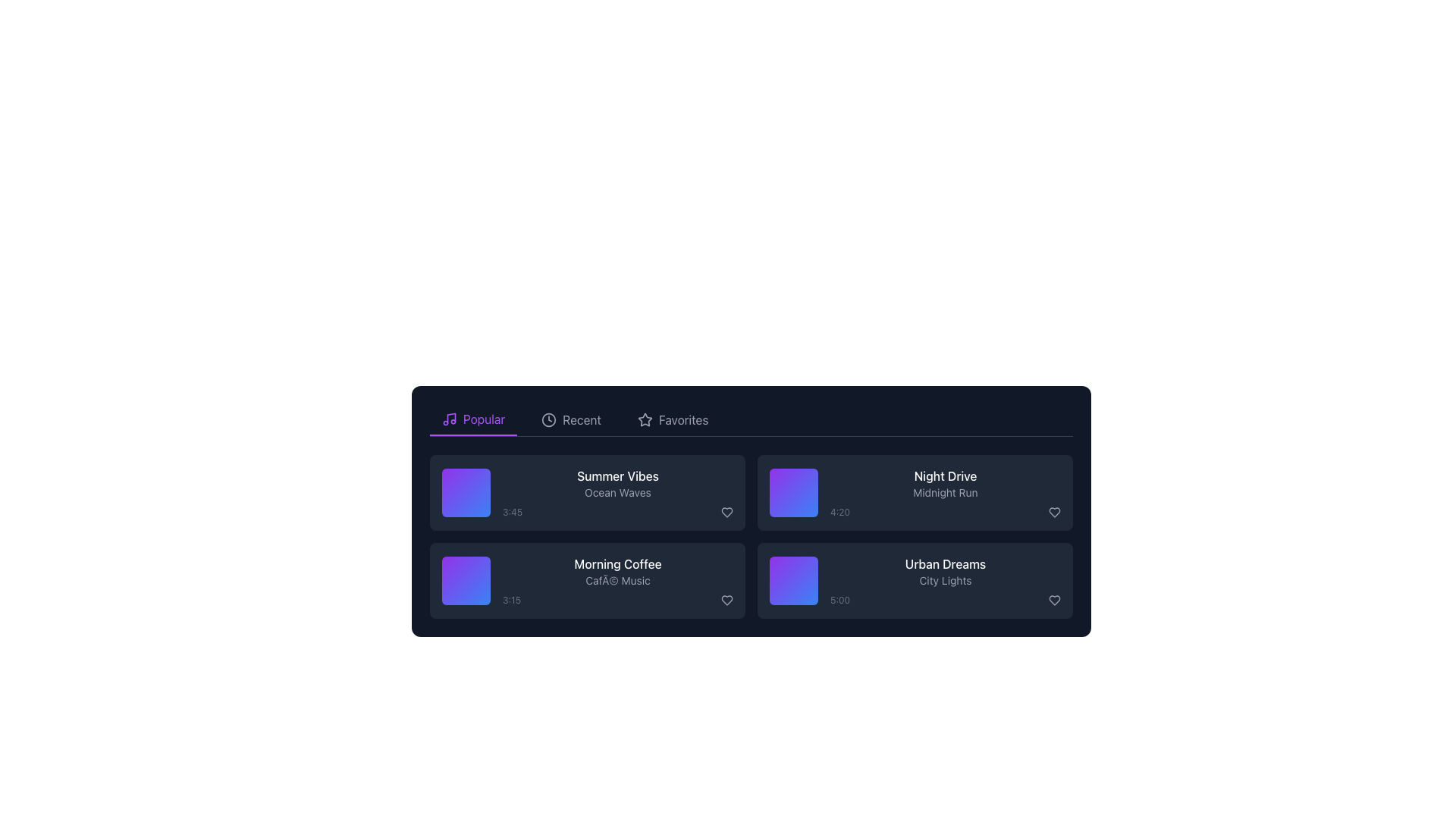  I want to click on the heart icon located in the second card titled 'Summer Vibes, Ocean Waves' in the 'Popular' section, so click(726, 512).